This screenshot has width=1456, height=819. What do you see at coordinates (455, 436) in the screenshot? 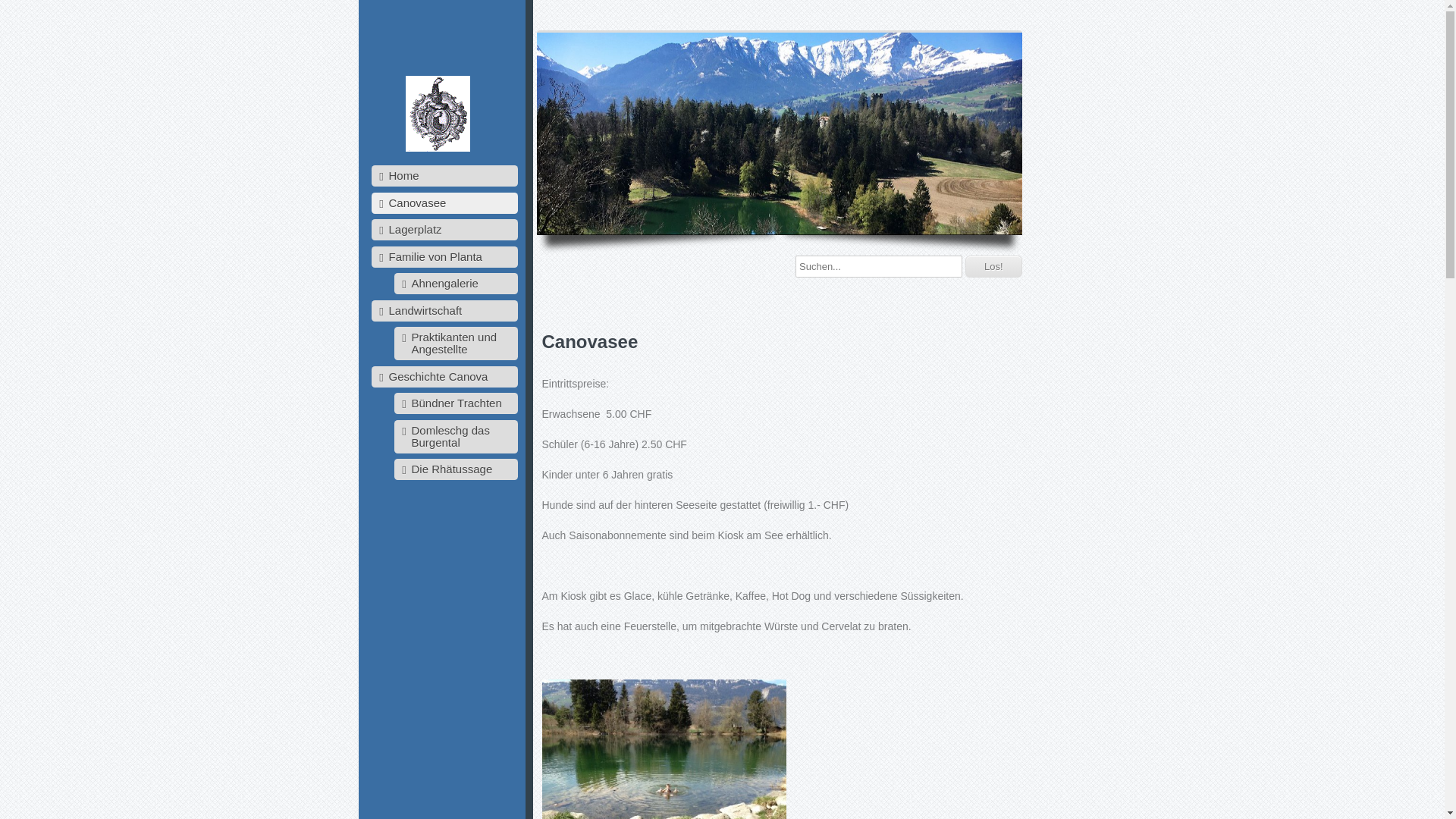
I see `'Domleschg das Burgental'` at bounding box center [455, 436].